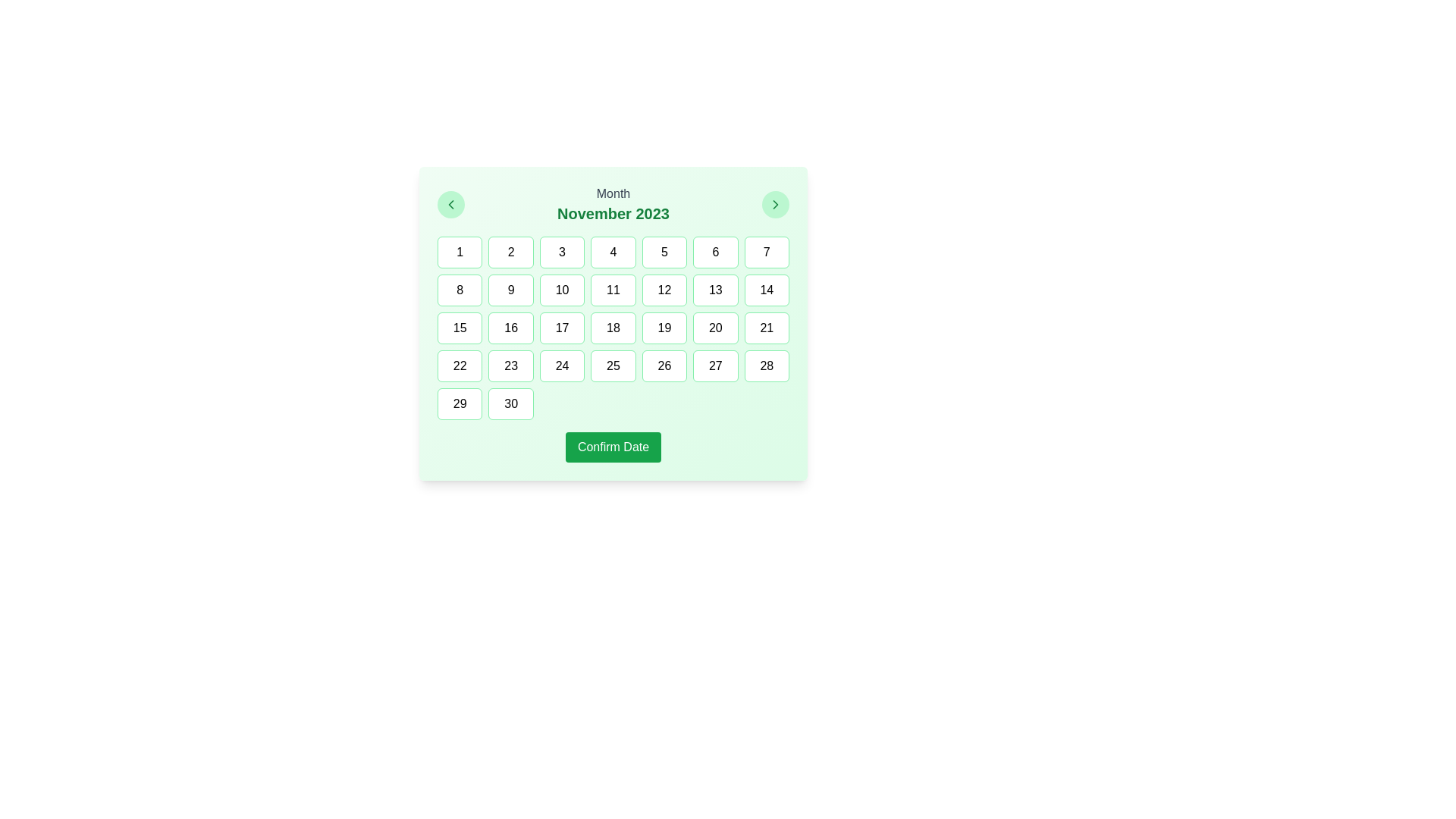  What do you see at coordinates (664, 366) in the screenshot?
I see `the rectangular button with rounded corners displaying '26', which is located in the fourth row and fifth column of the grid` at bounding box center [664, 366].